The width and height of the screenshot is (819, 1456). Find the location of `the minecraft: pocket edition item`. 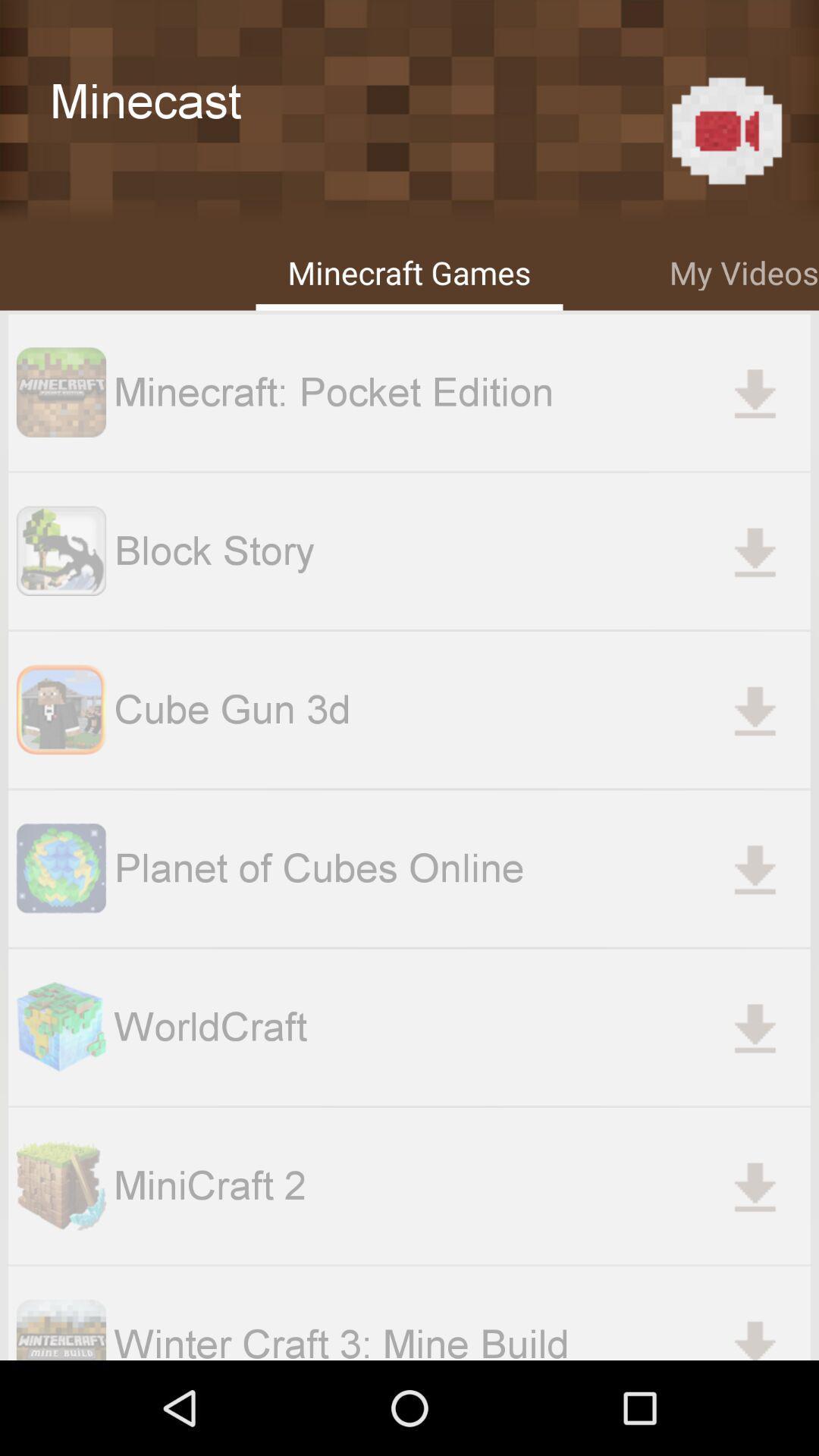

the minecraft: pocket edition item is located at coordinates (461, 392).